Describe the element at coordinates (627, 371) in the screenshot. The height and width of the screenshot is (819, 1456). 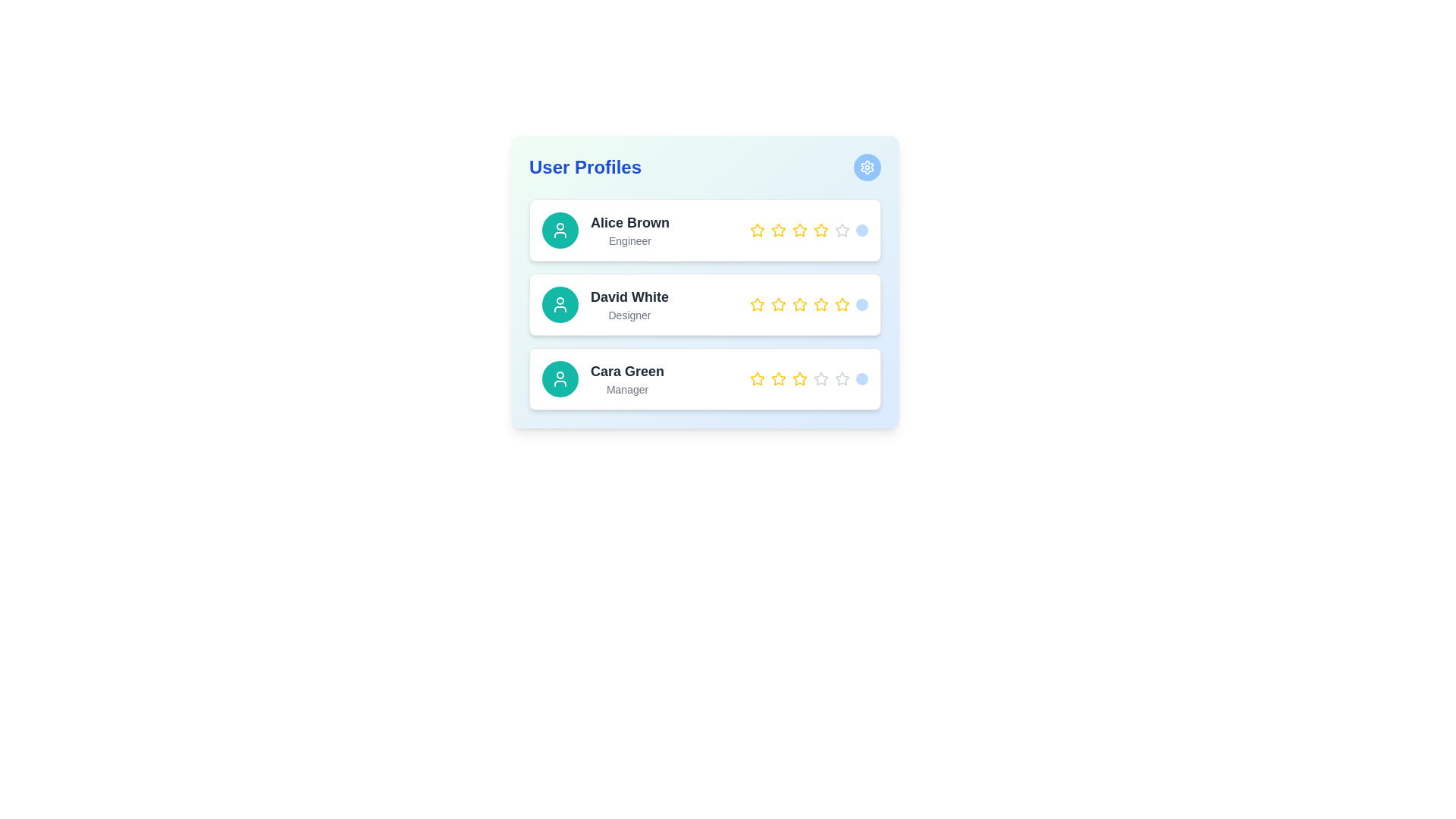
I see `assistive technologies` at that location.